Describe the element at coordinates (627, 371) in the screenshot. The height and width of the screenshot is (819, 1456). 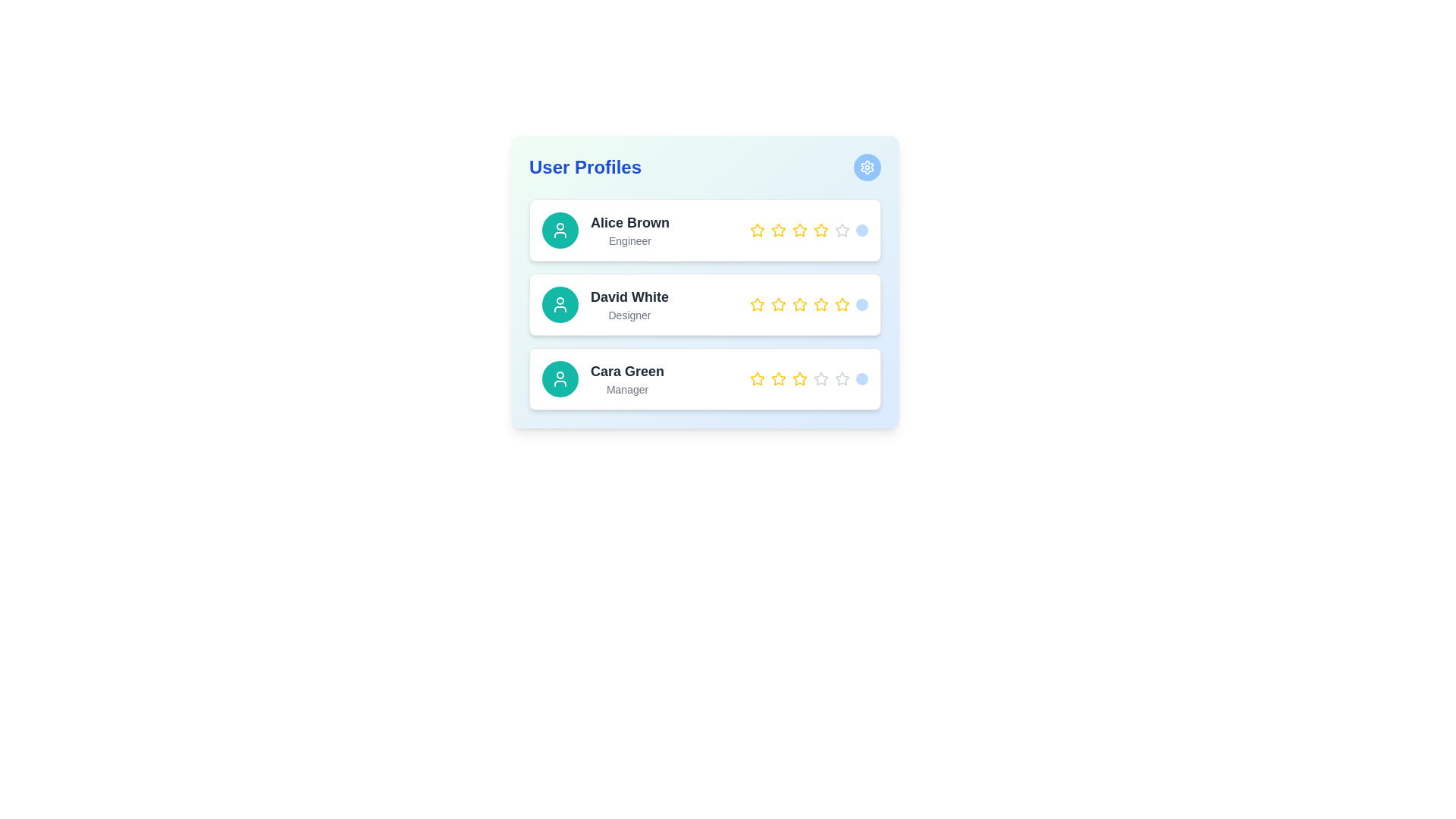
I see `assistive technologies` at that location.